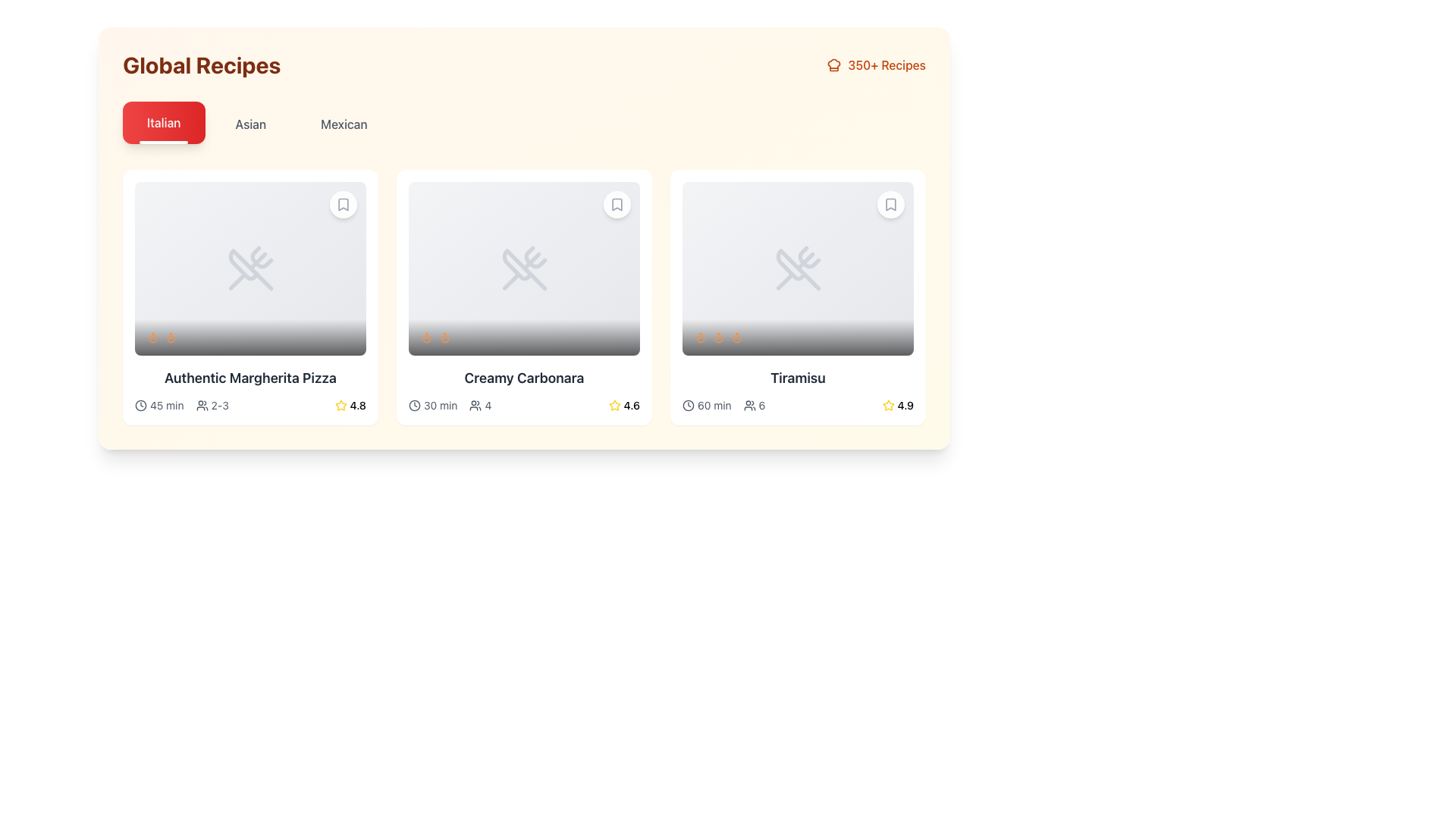 Image resolution: width=1456 pixels, height=819 pixels. I want to click on the Decorator Bar located at the bottom of the third recipe card, directly under the 'Tiramisu' card title, which features a gradient overlay effect, so click(797, 336).